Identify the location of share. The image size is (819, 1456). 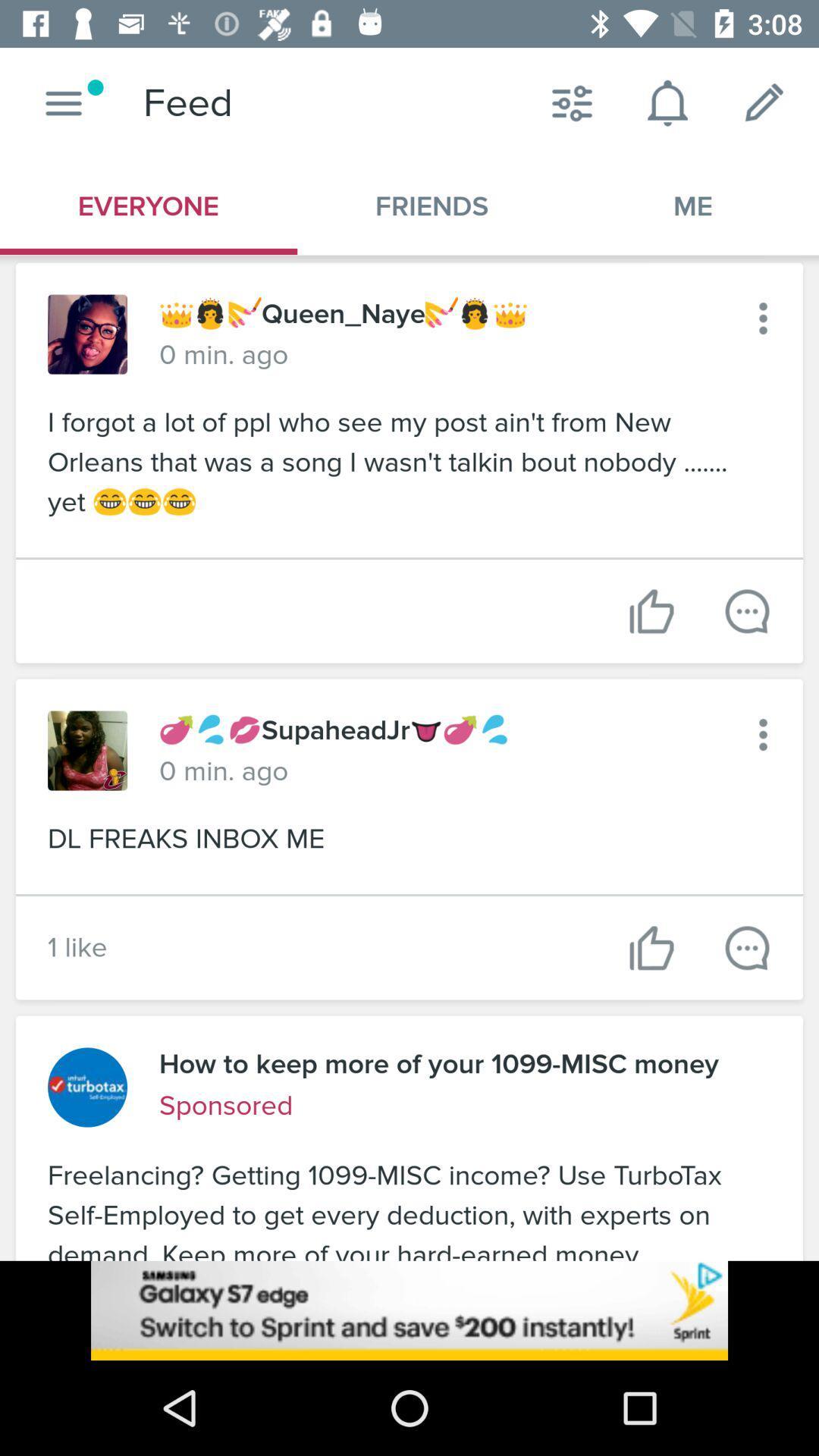
(746, 611).